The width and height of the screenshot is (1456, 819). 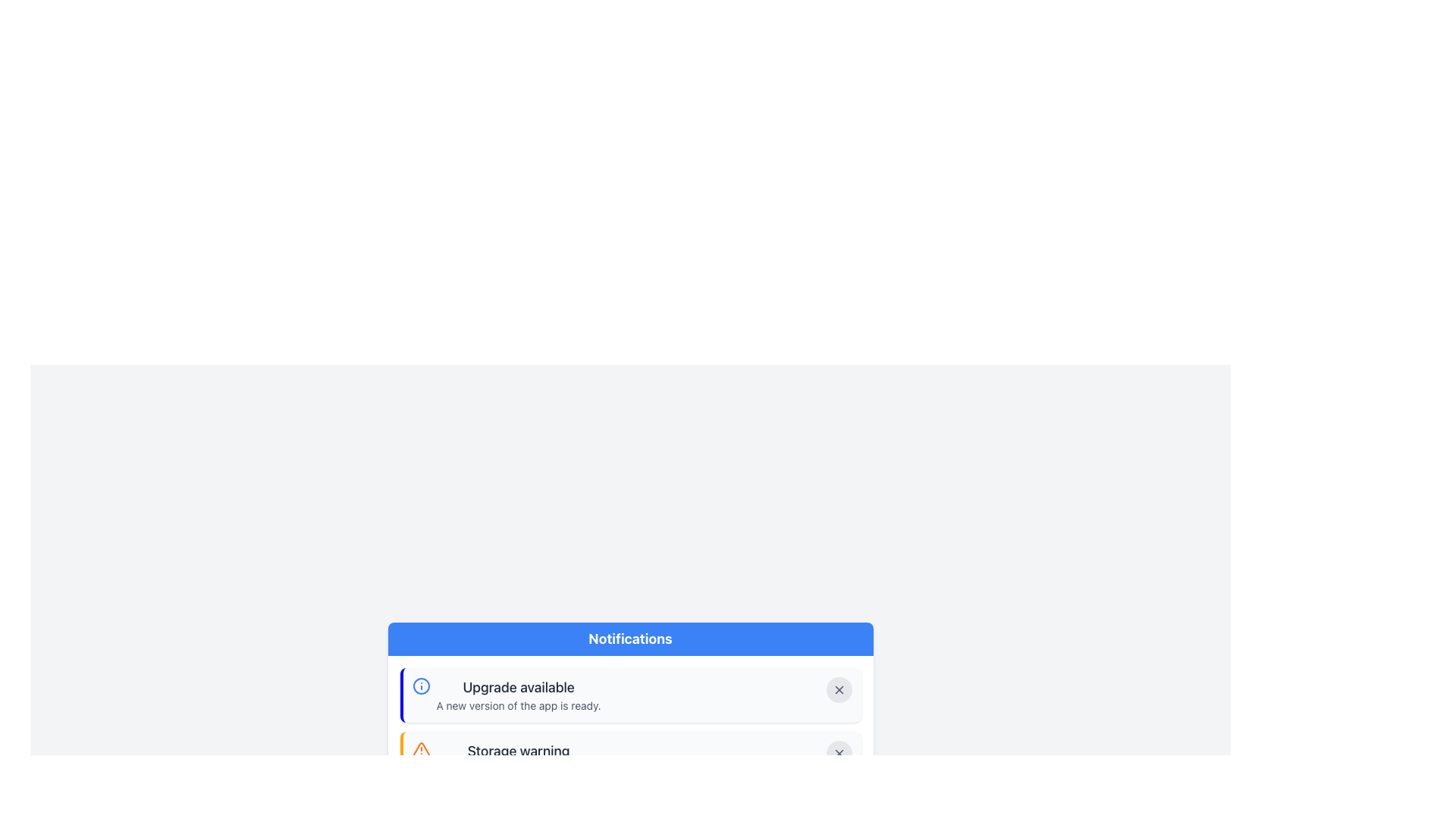 I want to click on the Text Label displaying 'Upgrade available' located in the upper section of the notification card, so click(x=519, y=687).